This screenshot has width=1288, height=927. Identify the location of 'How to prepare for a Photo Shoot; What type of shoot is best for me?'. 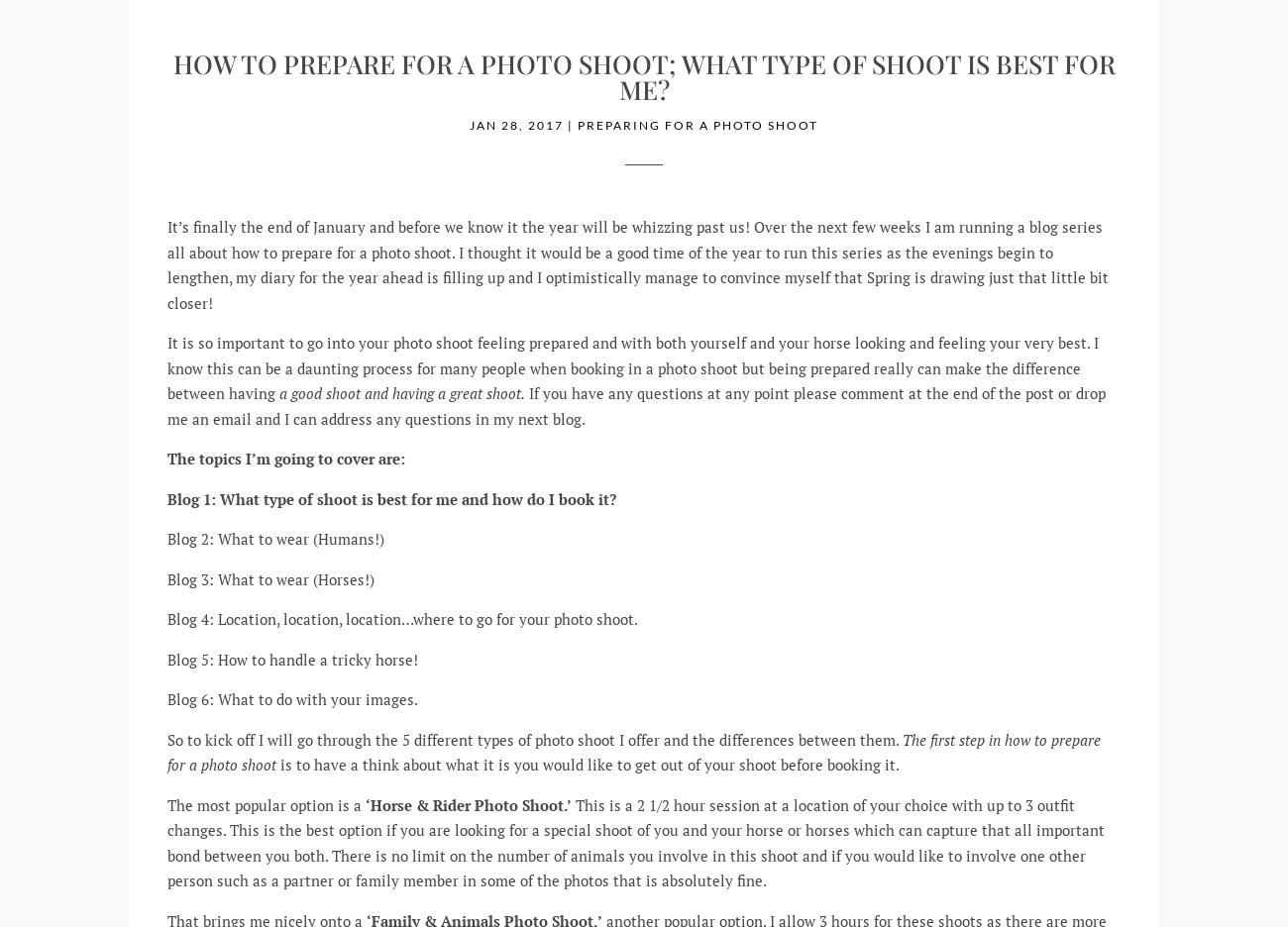
(643, 76).